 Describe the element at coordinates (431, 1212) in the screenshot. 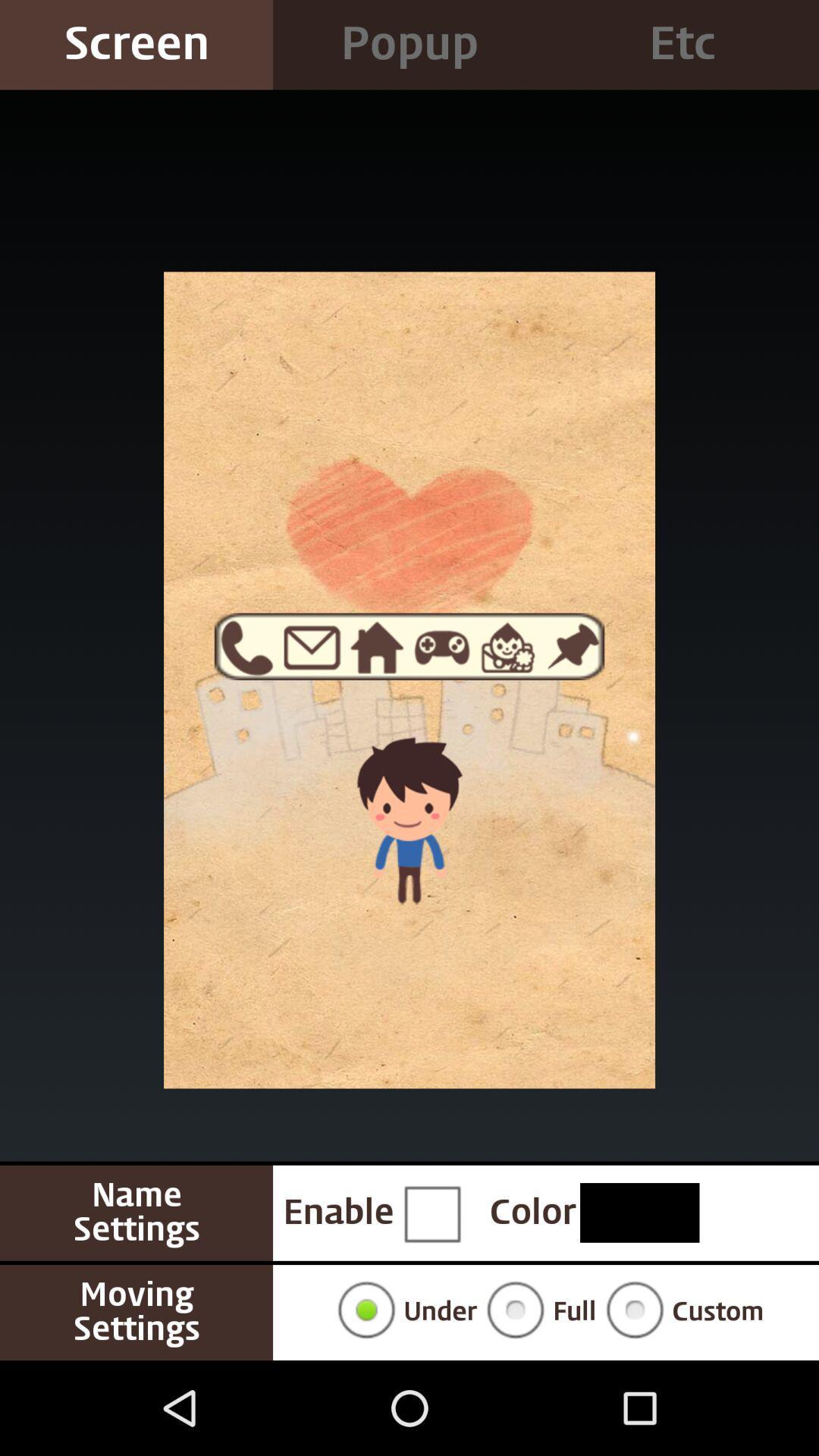

I see `enable toggle button` at that location.